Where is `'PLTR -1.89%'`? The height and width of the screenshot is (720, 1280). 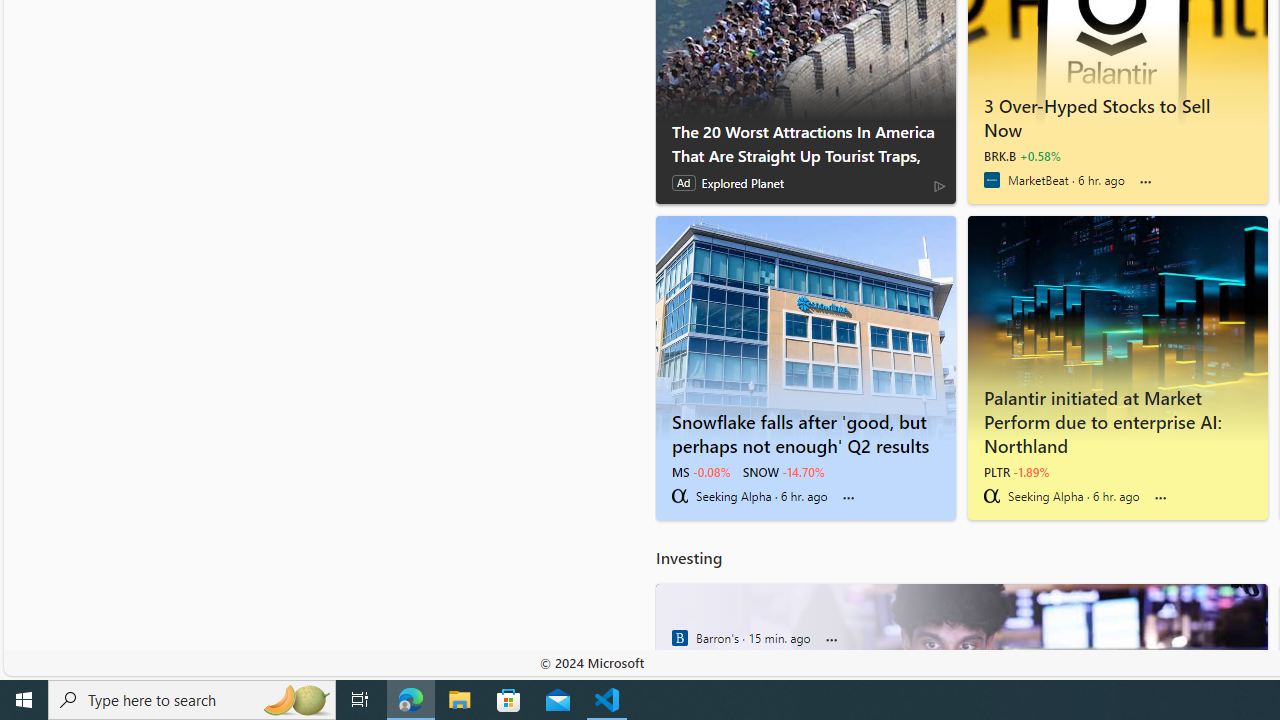
'PLTR -1.89%' is located at coordinates (1016, 471).